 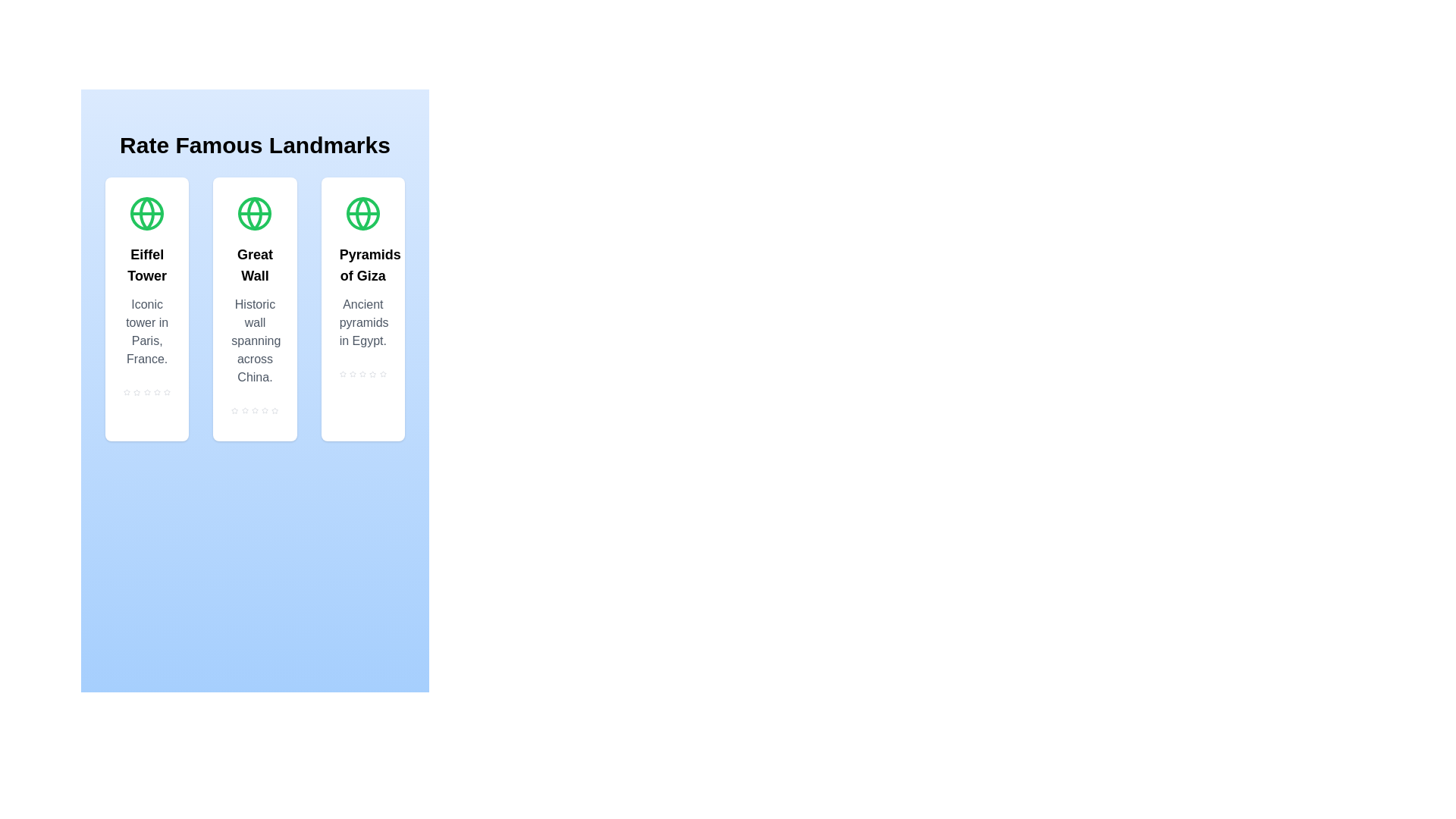 I want to click on the description text of the Eiffel Tower landmark, so click(x=146, y=331).